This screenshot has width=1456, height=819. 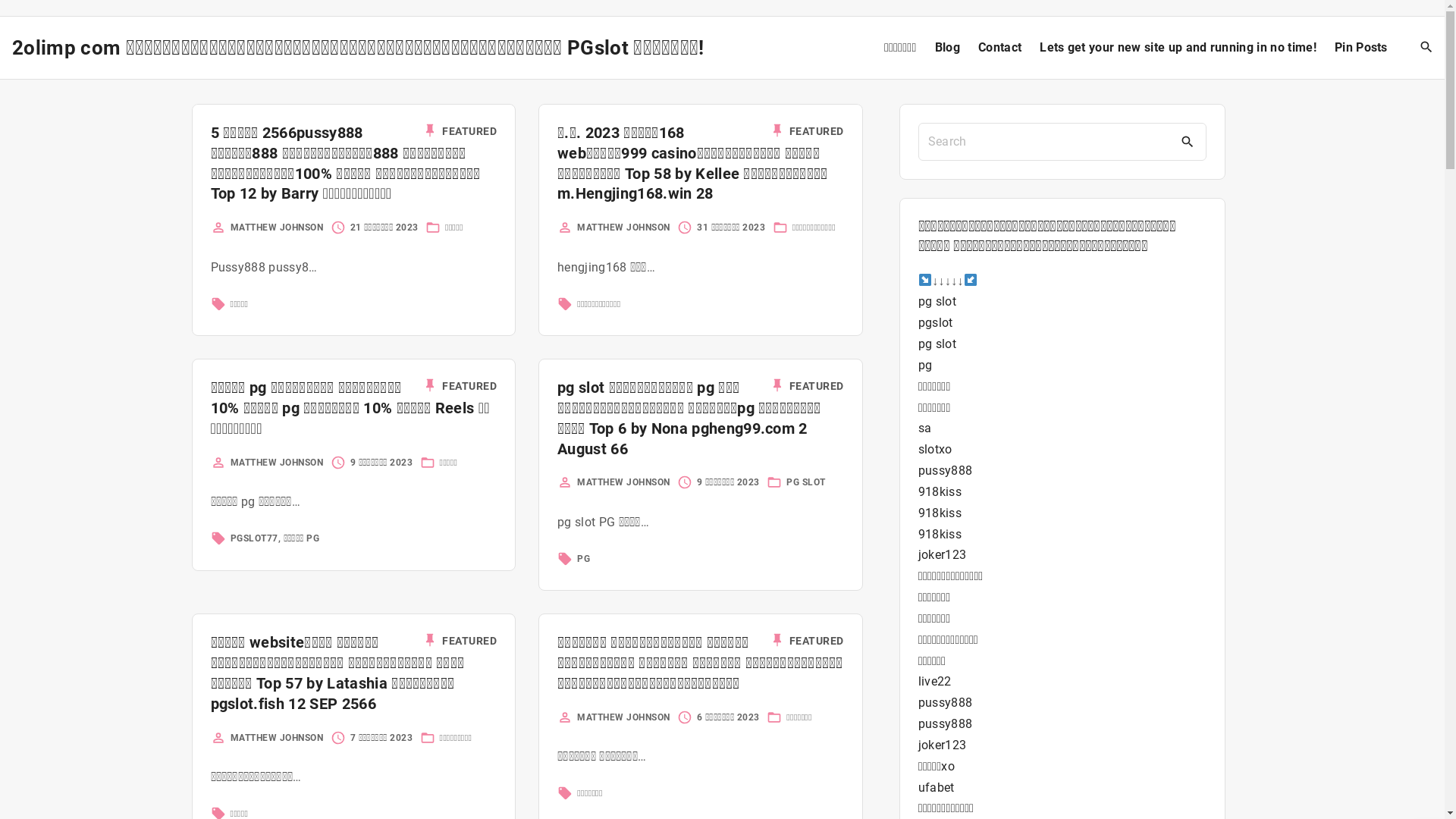 I want to click on 'MATTHEW JOHNSON', so click(x=623, y=227).